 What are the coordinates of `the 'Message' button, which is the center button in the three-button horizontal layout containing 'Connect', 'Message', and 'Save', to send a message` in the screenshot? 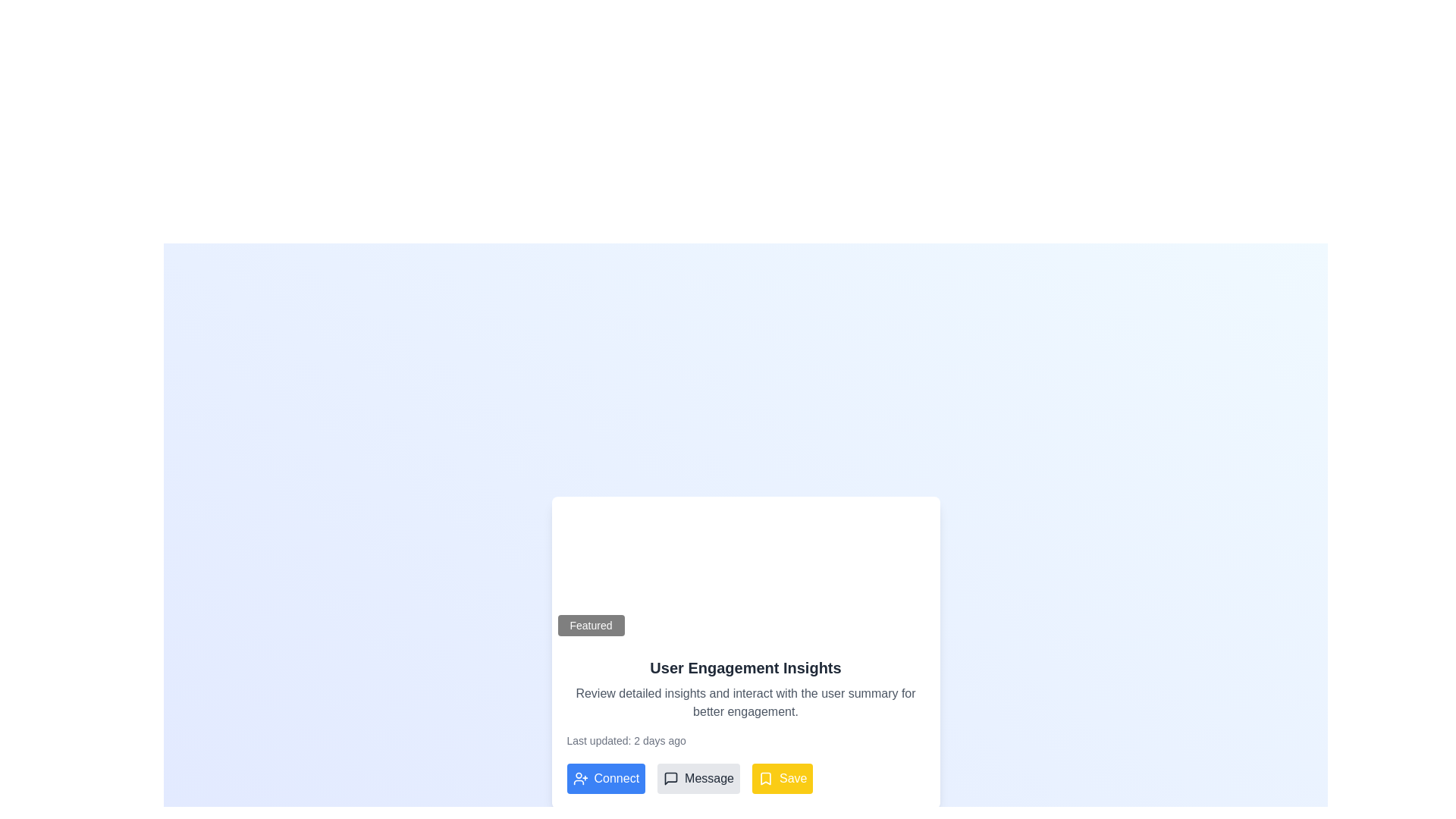 It's located at (745, 778).